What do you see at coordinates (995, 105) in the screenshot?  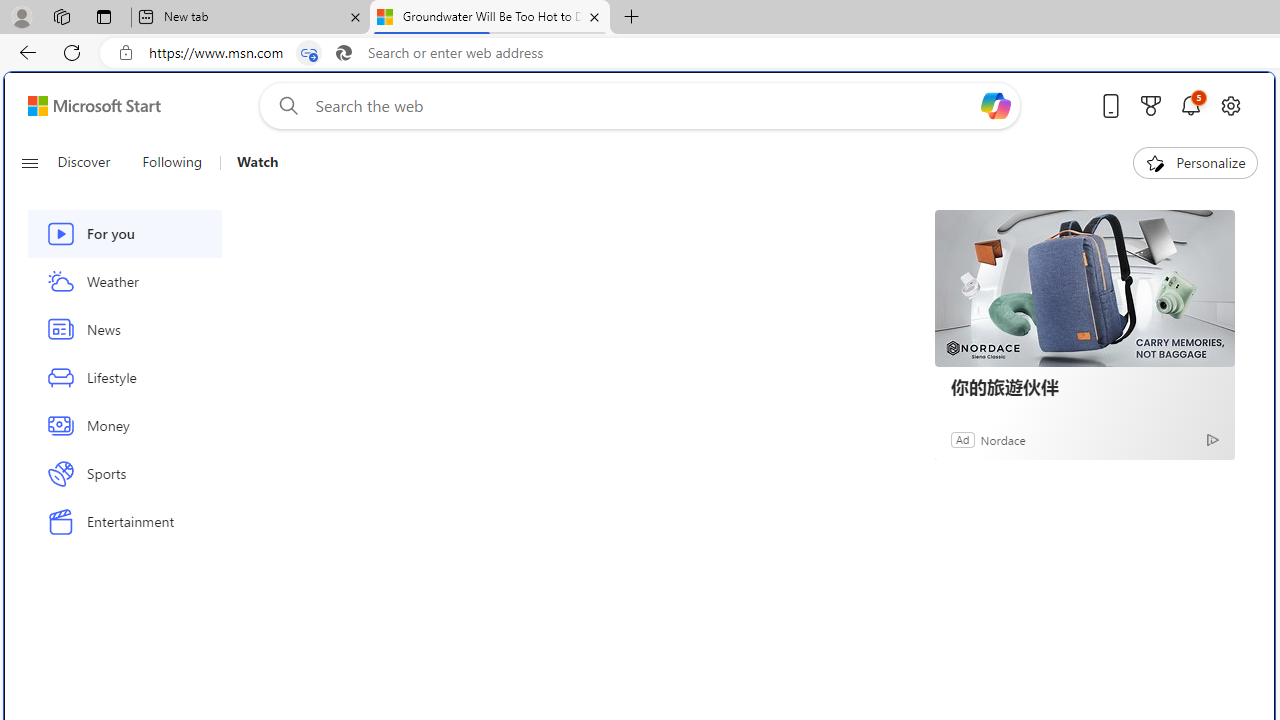 I see `'Open Copilot'` at bounding box center [995, 105].